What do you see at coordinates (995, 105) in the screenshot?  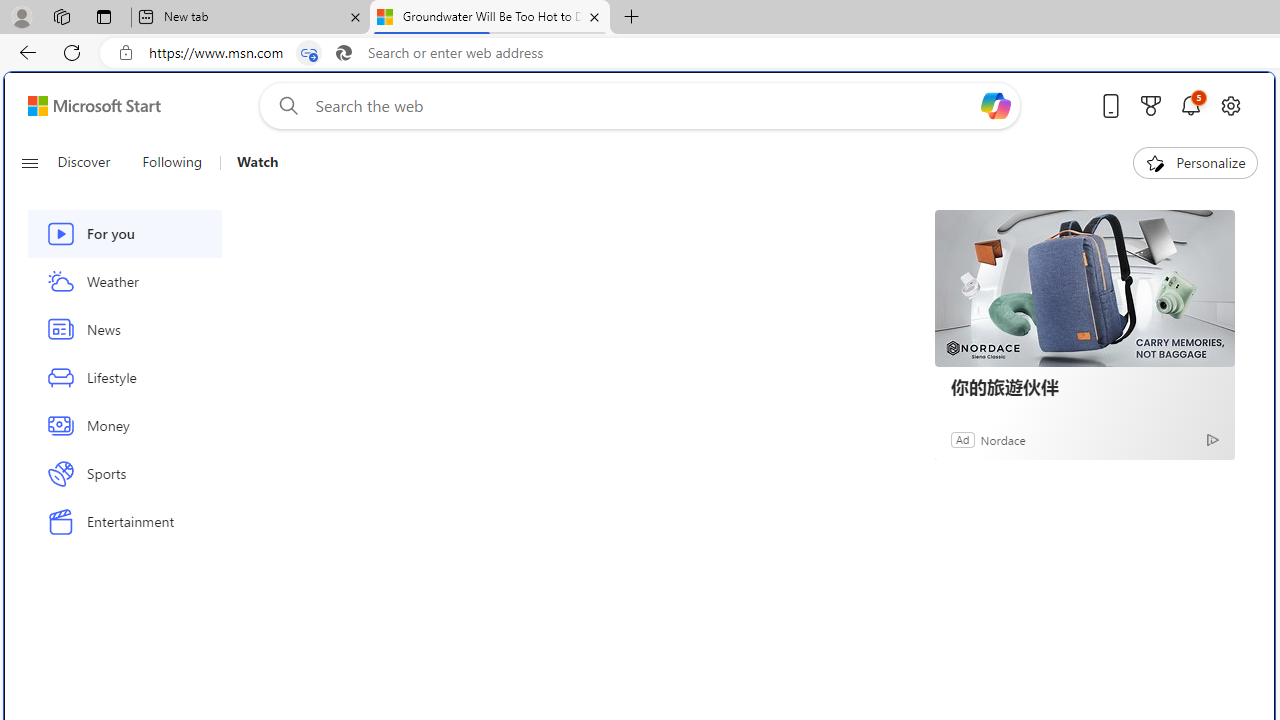 I see `'Open Copilot'` at bounding box center [995, 105].